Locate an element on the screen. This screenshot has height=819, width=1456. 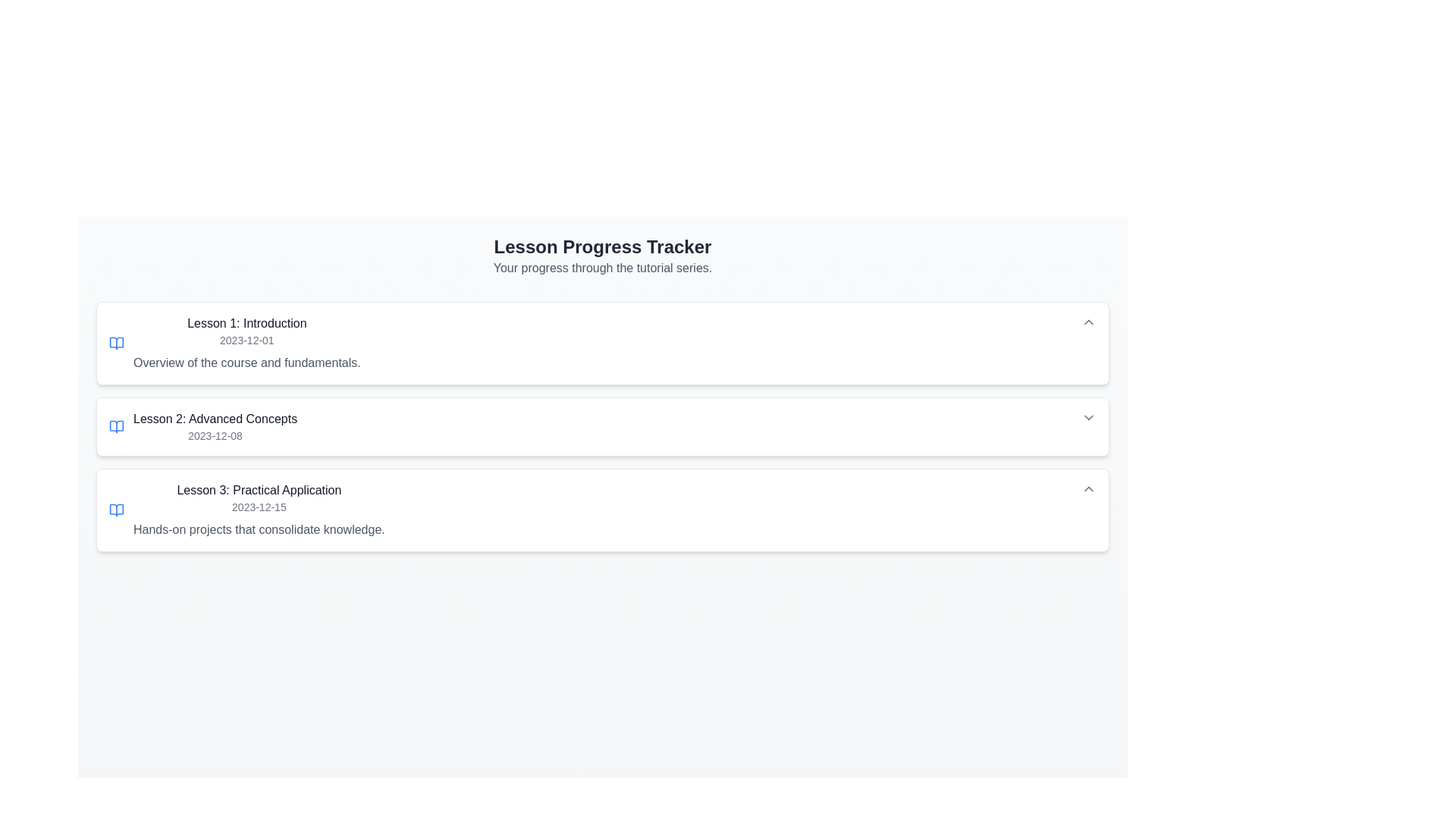
the List Item displaying 'Lesson 2: Advanced Concepts' is located at coordinates (202, 427).